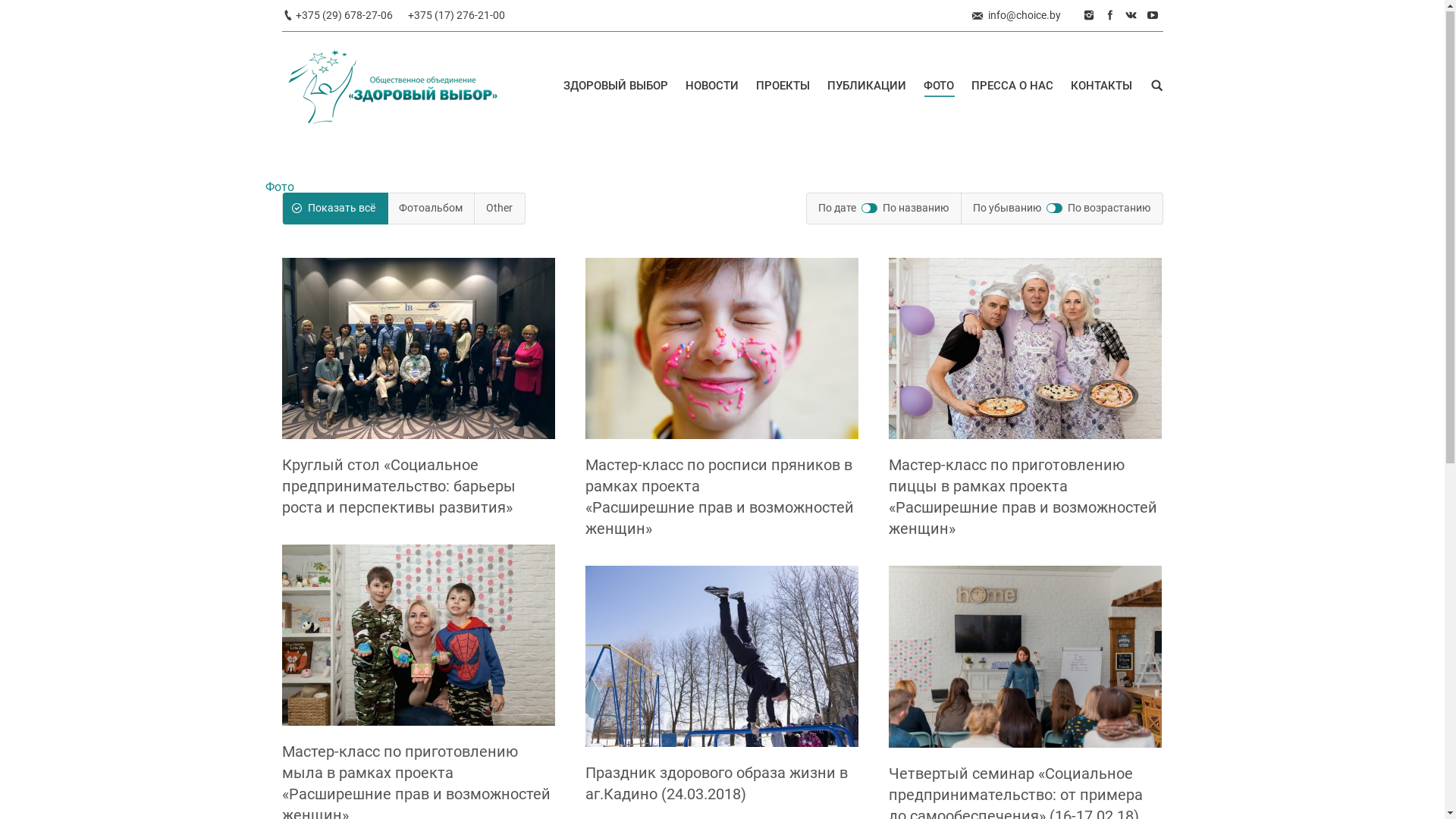 The height and width of the screenshot is (819, 1456). I want to click on ' ', so click(1156, 86).